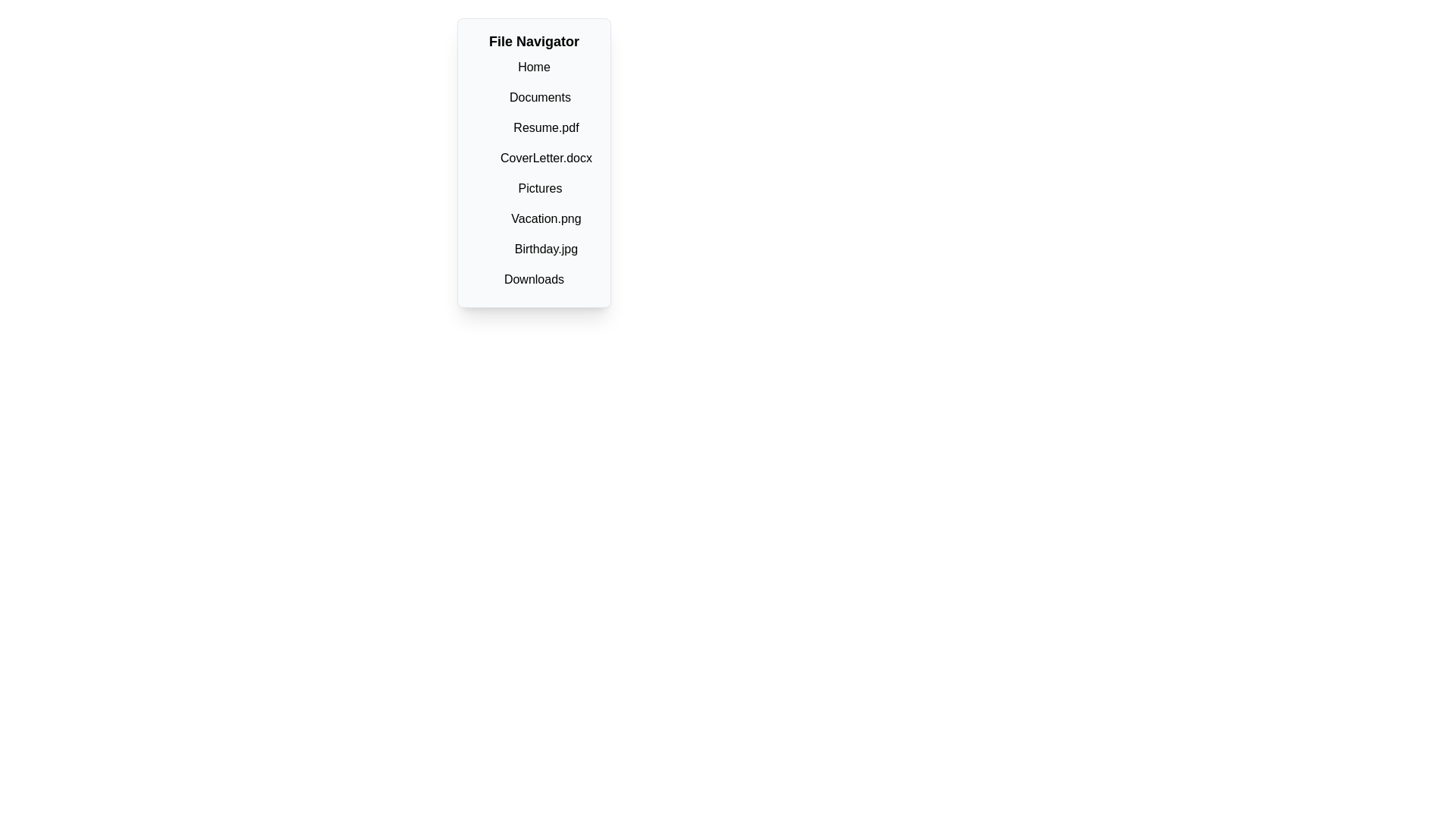  I want to click on the text label 'Birthday.jpg' in the File Navigator list, which is the sixth item in the selectable list, so click(546, 248).